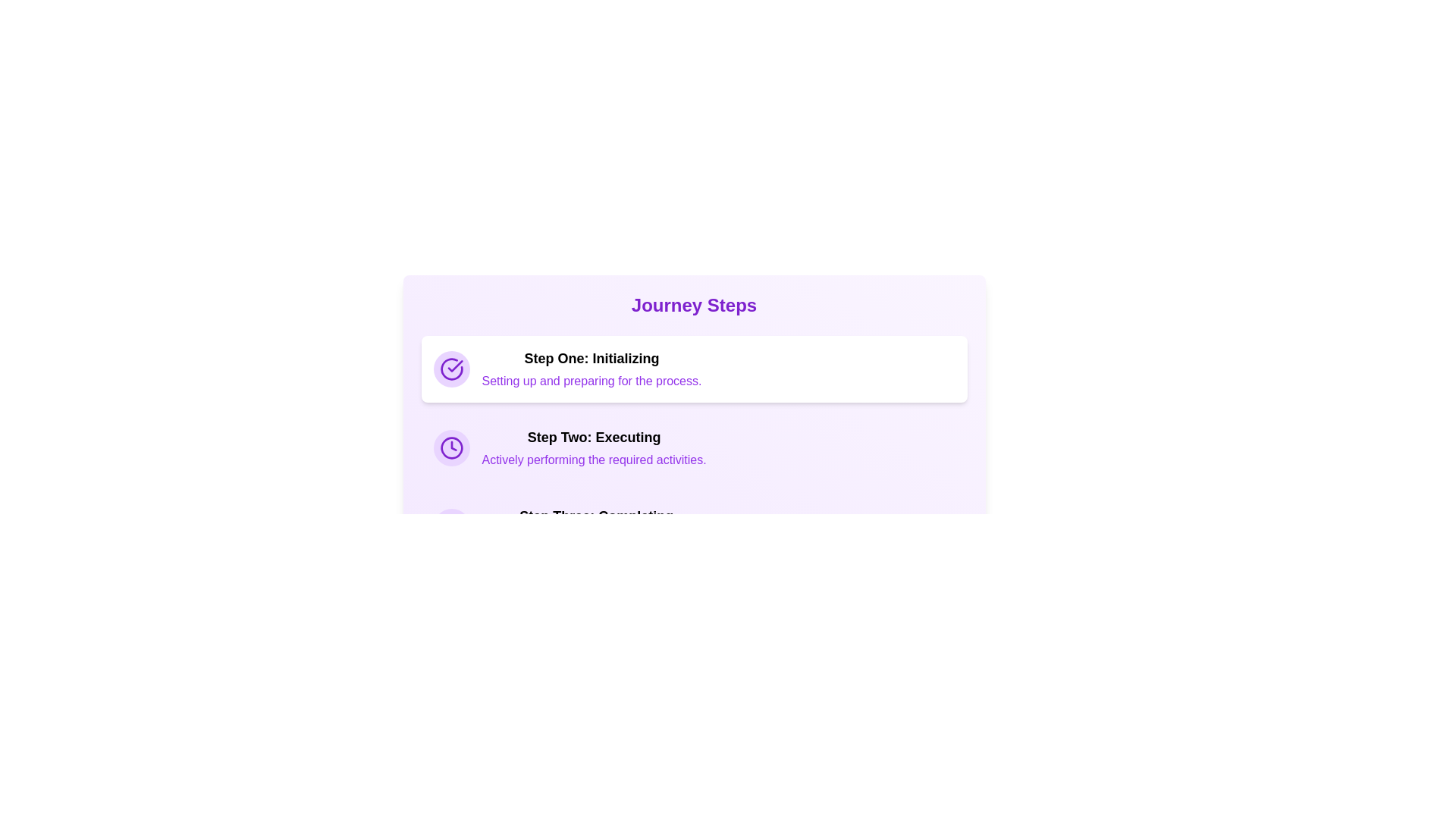 The image size is (1456, 819). Describe the element at coordinates (595, 516) in the screenshot. I see `the title text for the third instructional step in the 'Journey Steps' interface, located before the description text 'Bringing the process to a successful finish.'` at that location.